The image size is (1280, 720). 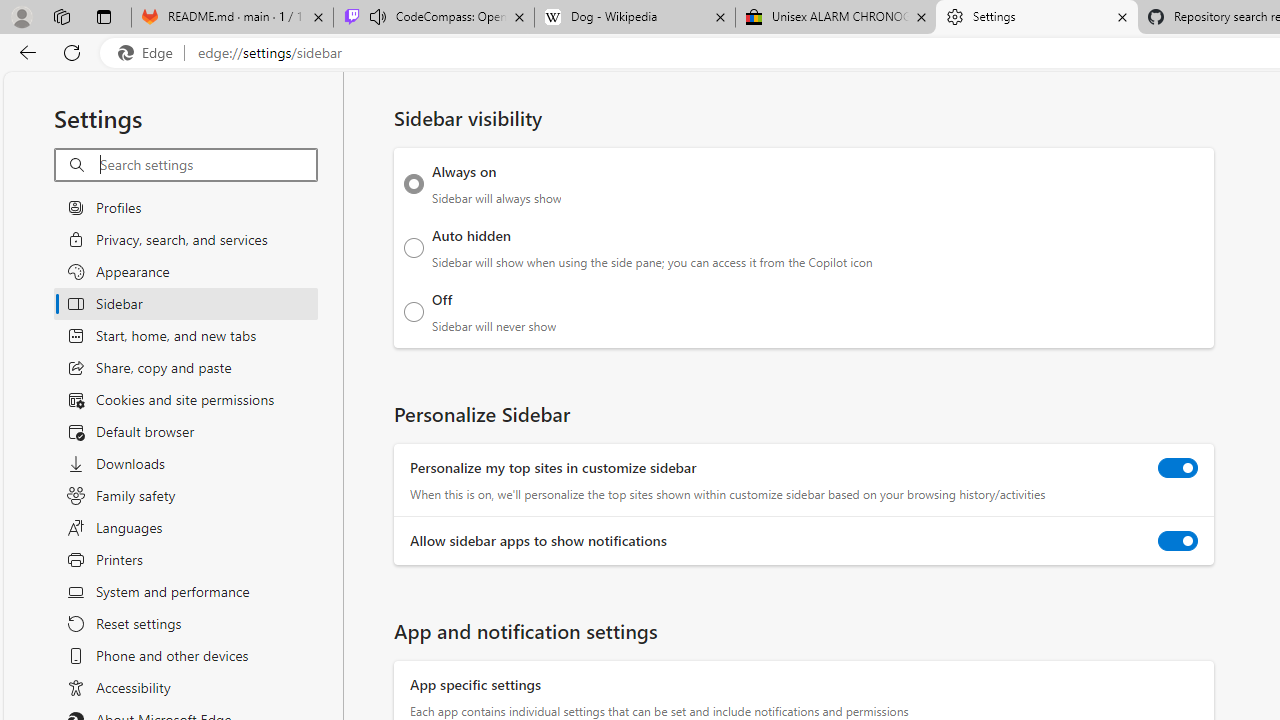 What do you see at coordinates (149, 52) in the screenshot?
I see `'Edge'` at bounding box center [149, 52].